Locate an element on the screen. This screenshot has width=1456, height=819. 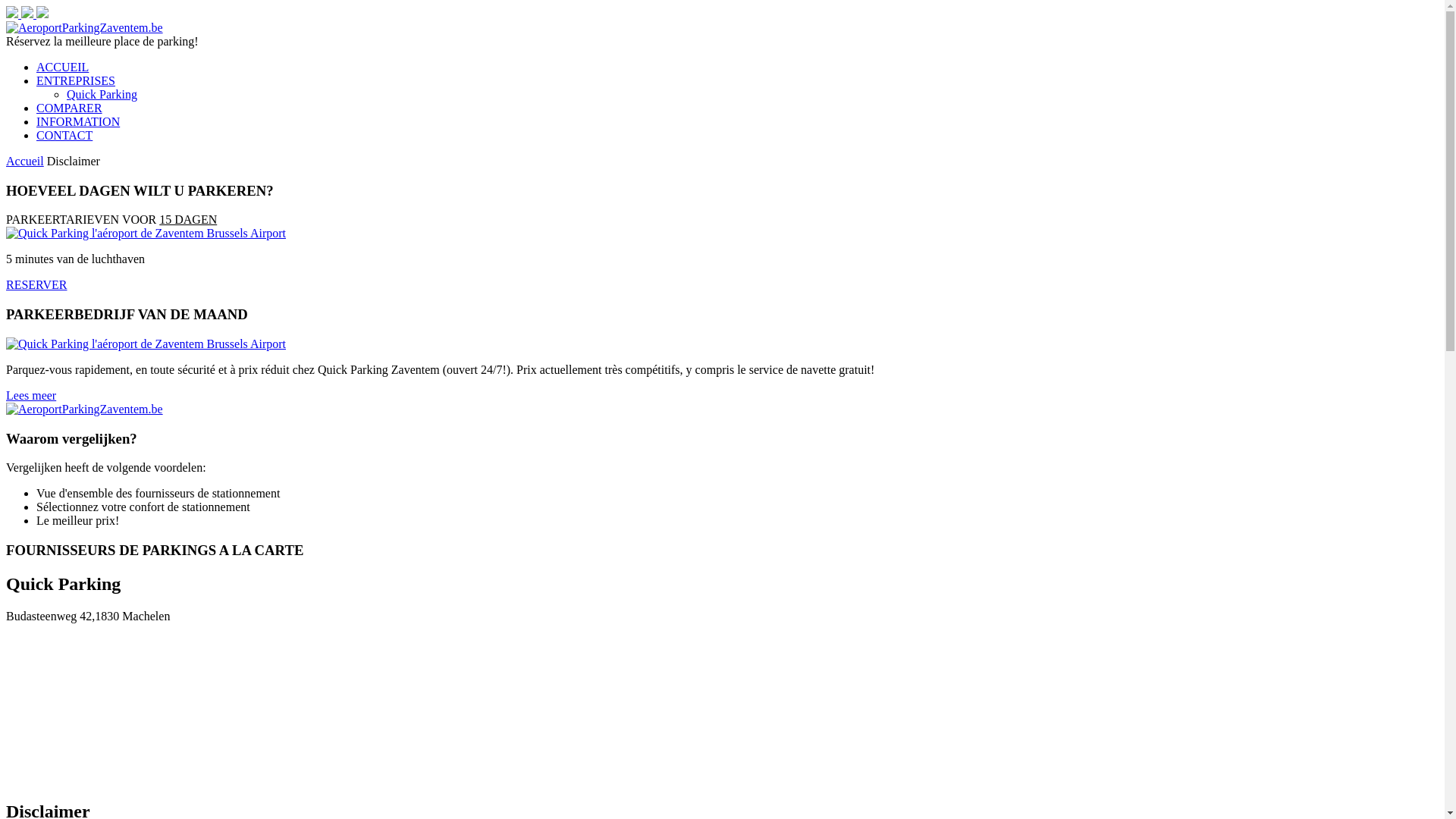
'Quick Parking' is located at coordinates (146, 344).